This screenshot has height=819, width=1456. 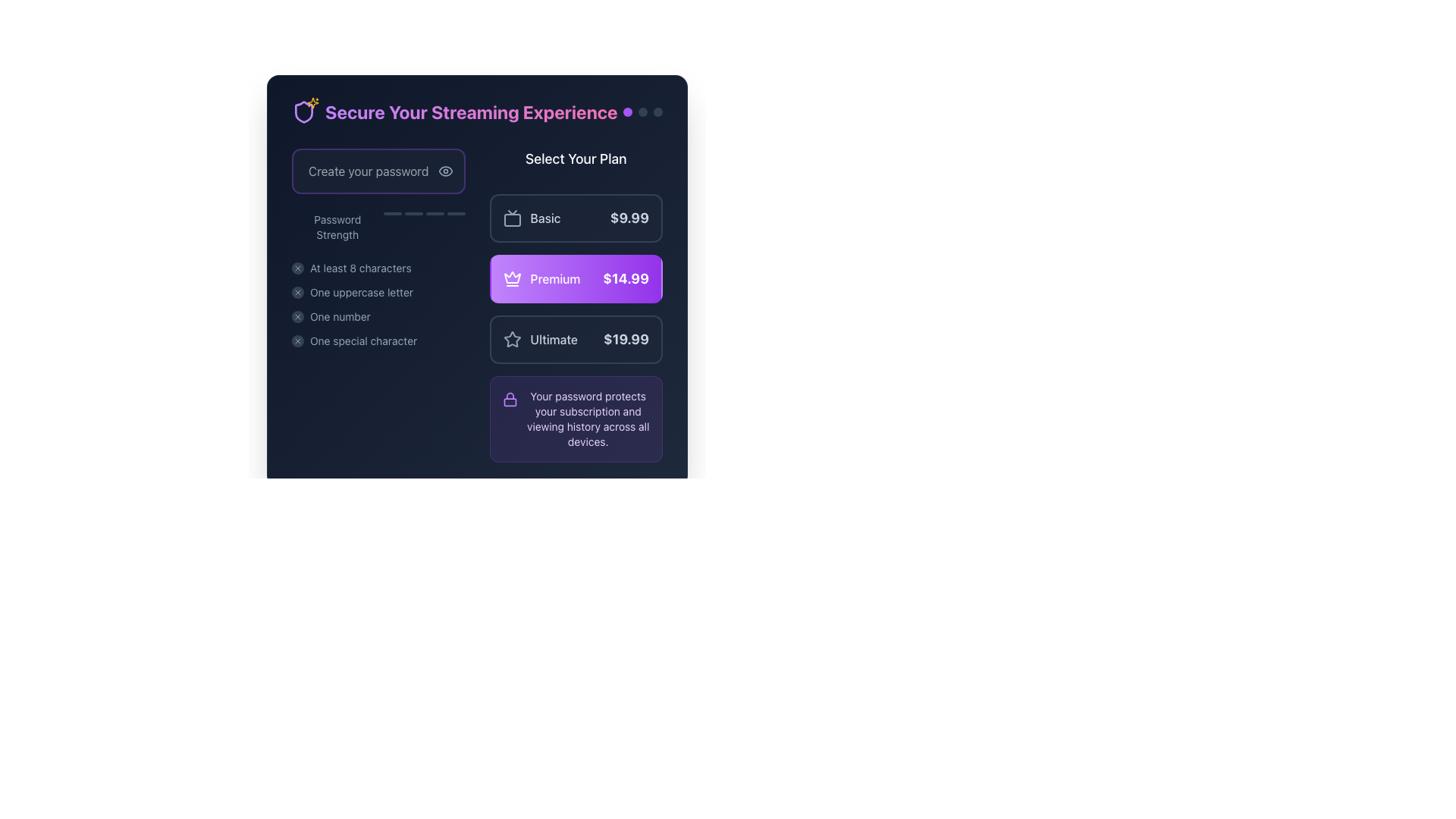 What do you see at coordinates (643, 111) in the screenshot?
I see `the middle circular progress indicator, which is dark gray` at bounding box center [643, 111].